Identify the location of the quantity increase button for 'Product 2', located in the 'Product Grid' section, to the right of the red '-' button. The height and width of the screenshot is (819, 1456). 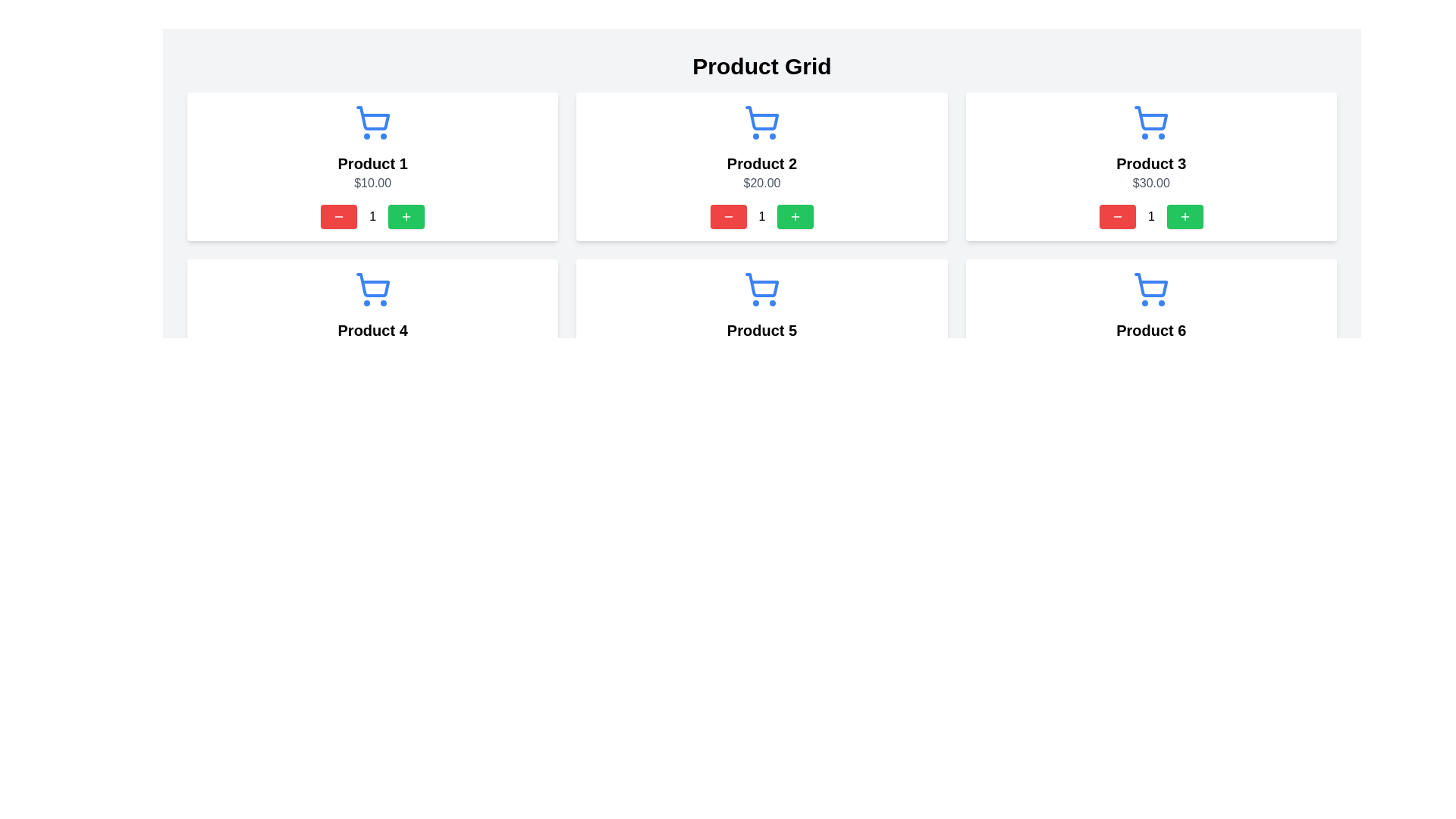
(795, 216).